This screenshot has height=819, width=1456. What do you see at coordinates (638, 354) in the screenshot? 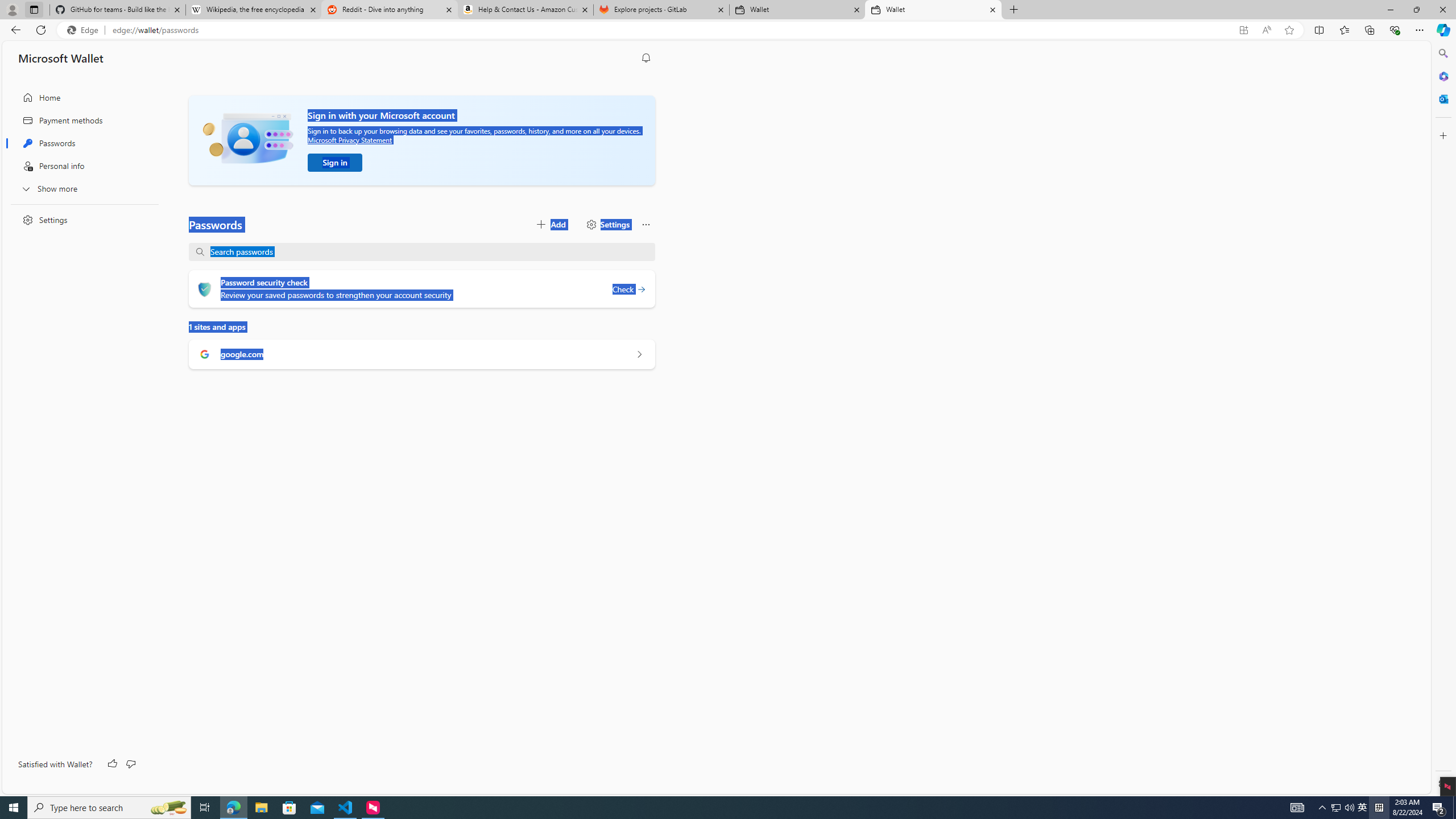
I see `'google.com, see details'` at bounding box center [638, 354].